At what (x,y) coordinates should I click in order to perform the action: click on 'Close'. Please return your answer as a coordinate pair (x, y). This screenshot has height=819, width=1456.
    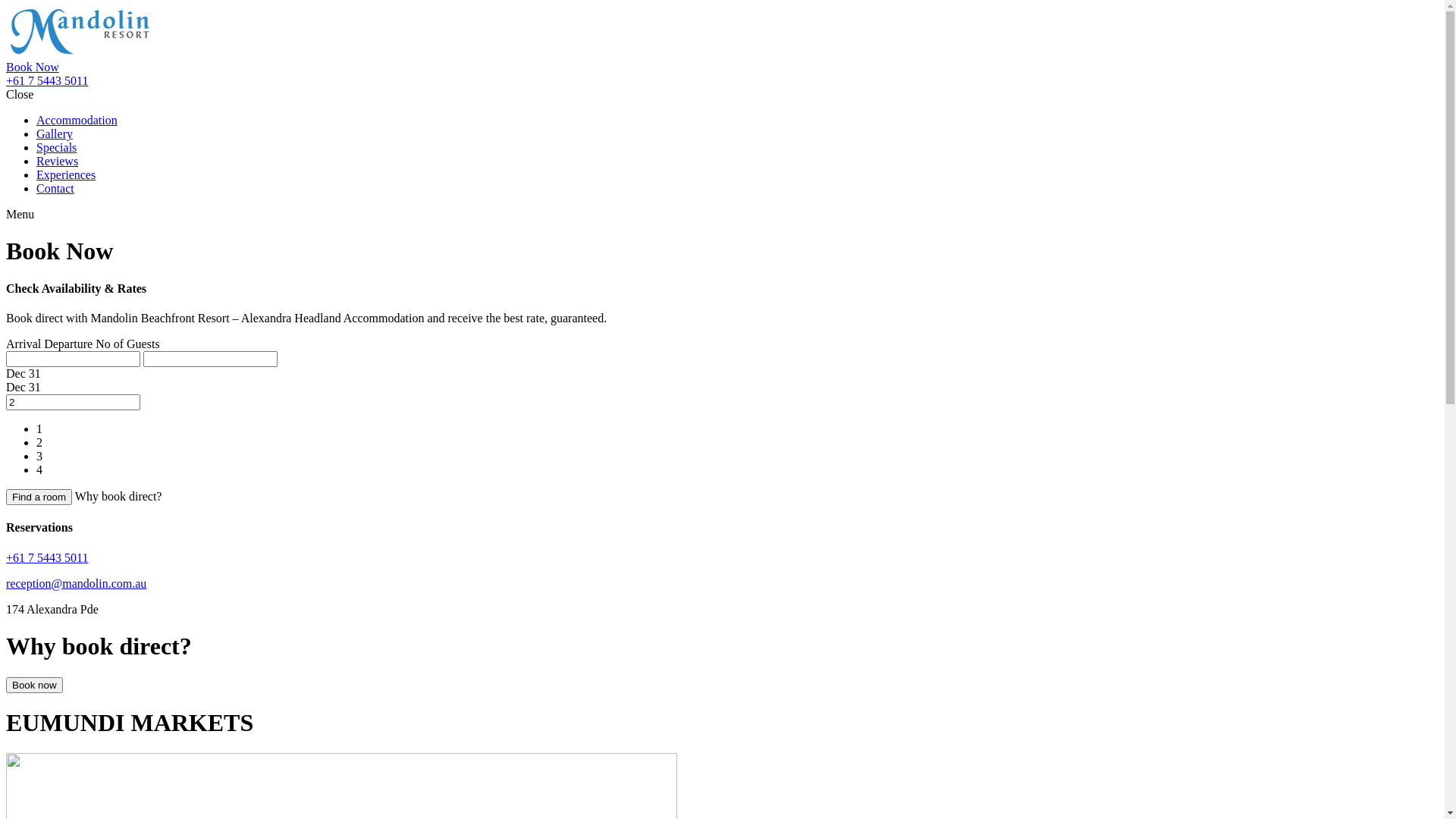
    Looking at the image, I should click on (19, 94).